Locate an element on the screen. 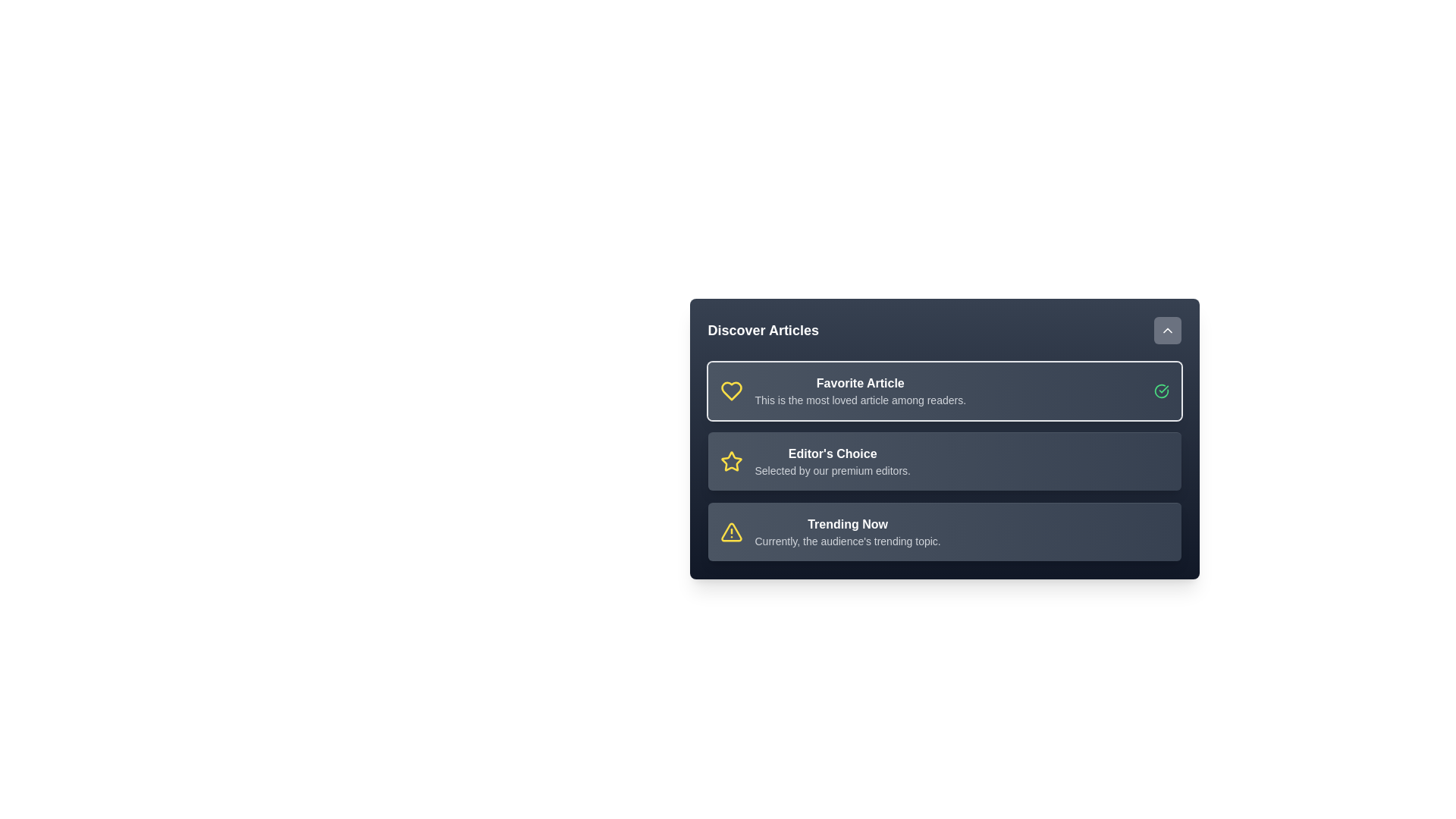 The width and height of the screenshot is (1456, 819). the article titled Editor's Choice is located at coordinates (943, 460).